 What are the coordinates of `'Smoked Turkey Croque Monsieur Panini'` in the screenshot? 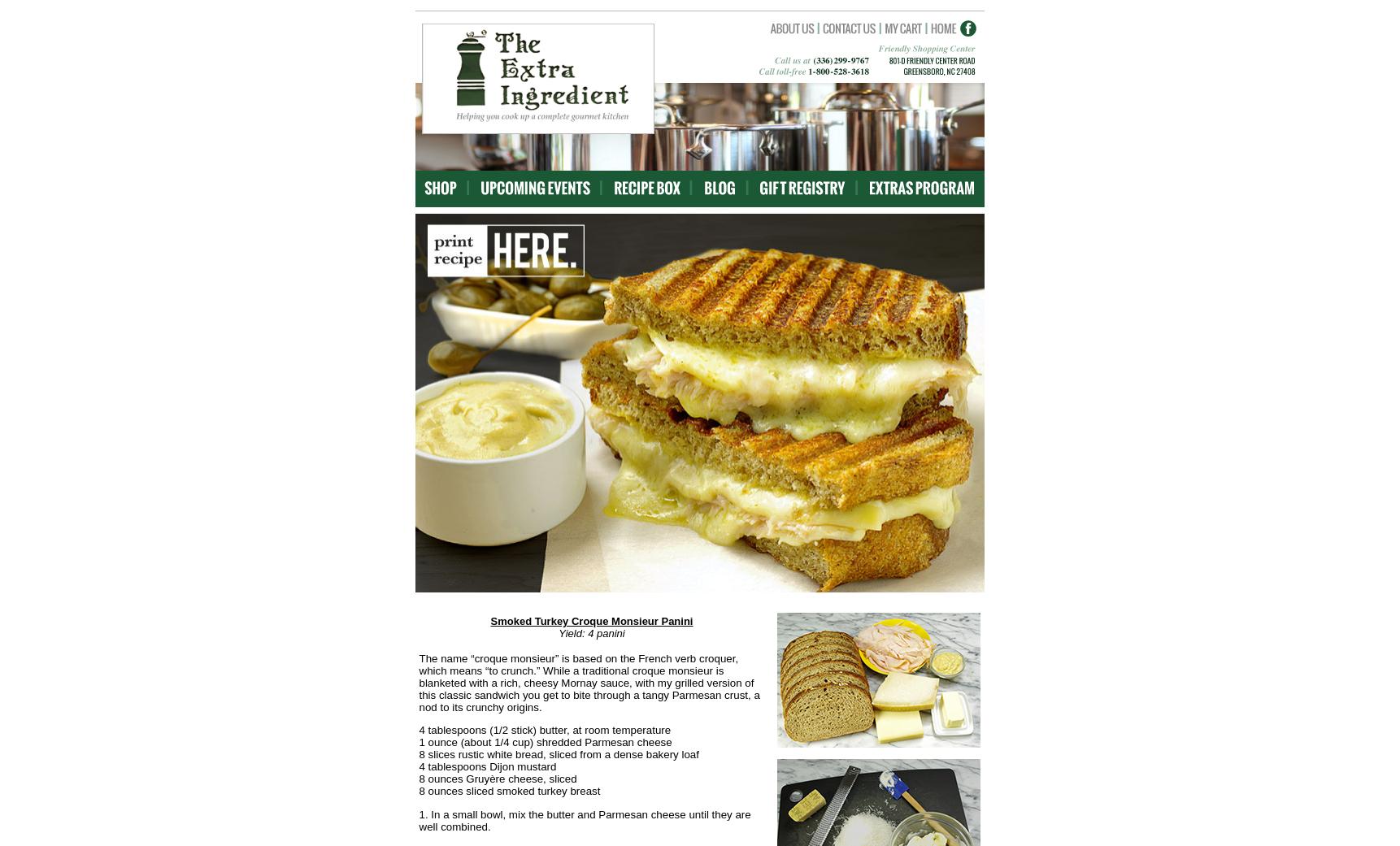 It's located at (590, 621).